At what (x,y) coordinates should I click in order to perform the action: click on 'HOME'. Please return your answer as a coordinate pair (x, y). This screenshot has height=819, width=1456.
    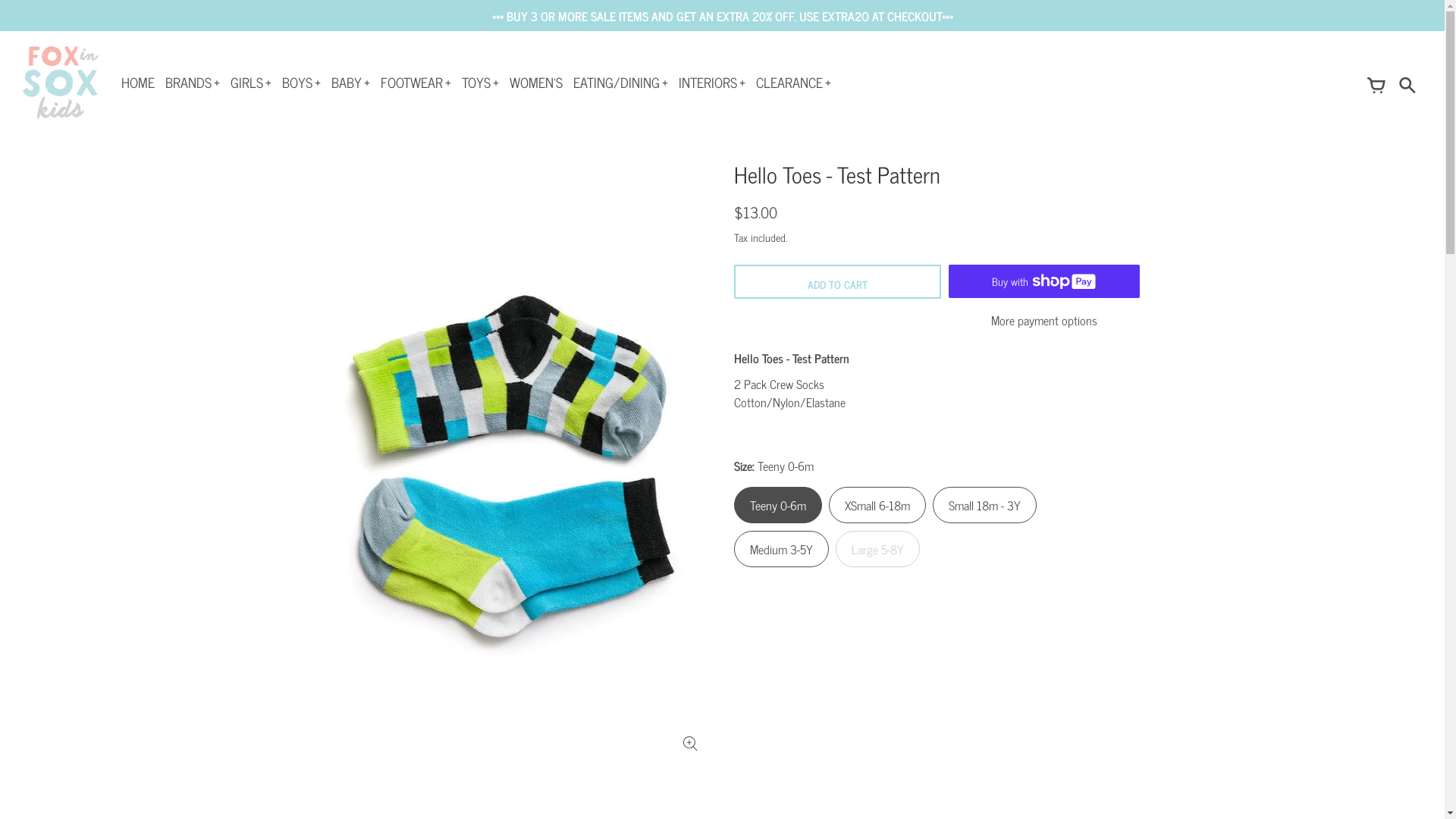
    Looking at the image, I should click on (138, 82).